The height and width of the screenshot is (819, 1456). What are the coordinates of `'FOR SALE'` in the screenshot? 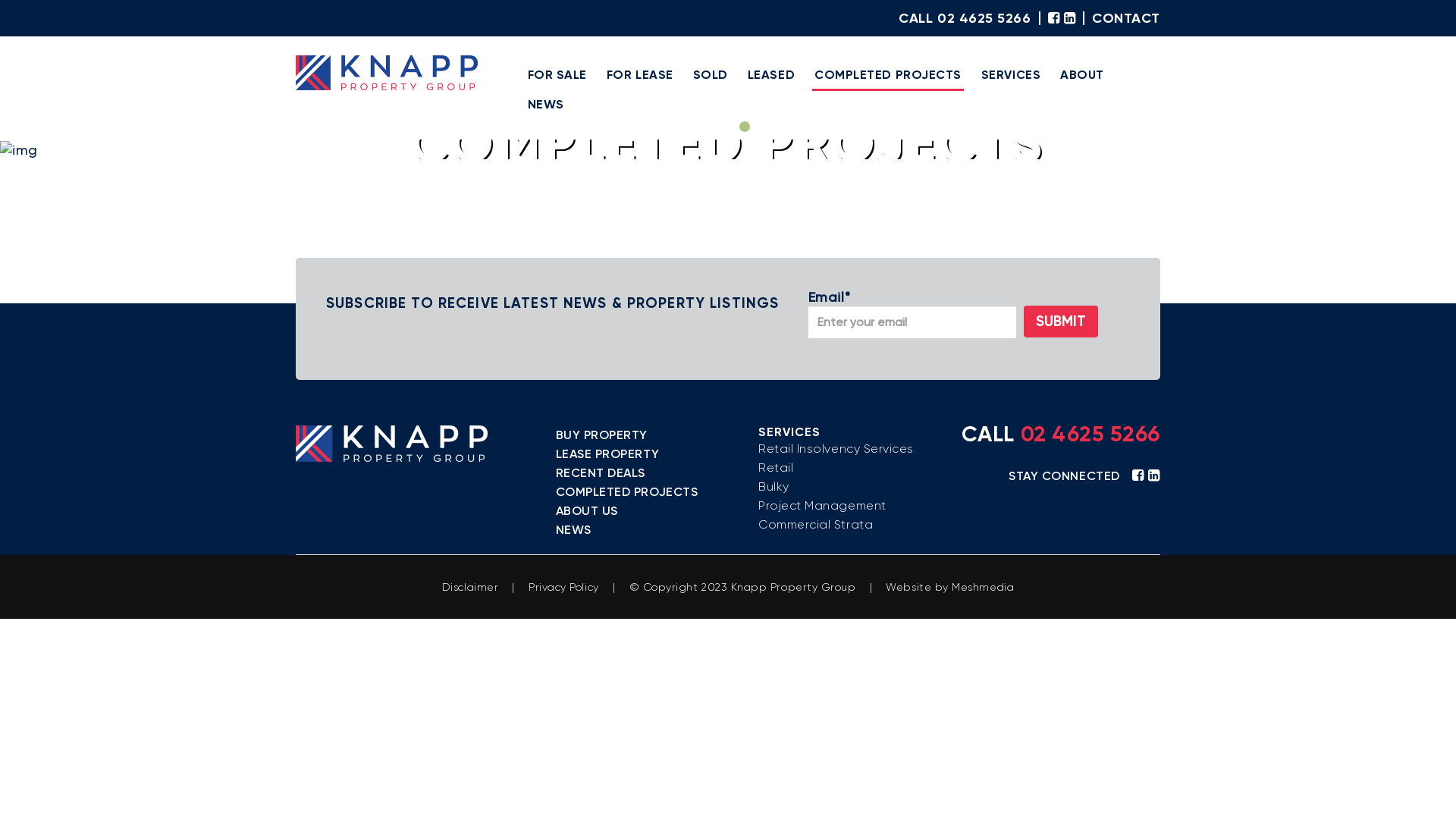 It's located at (556, 76).